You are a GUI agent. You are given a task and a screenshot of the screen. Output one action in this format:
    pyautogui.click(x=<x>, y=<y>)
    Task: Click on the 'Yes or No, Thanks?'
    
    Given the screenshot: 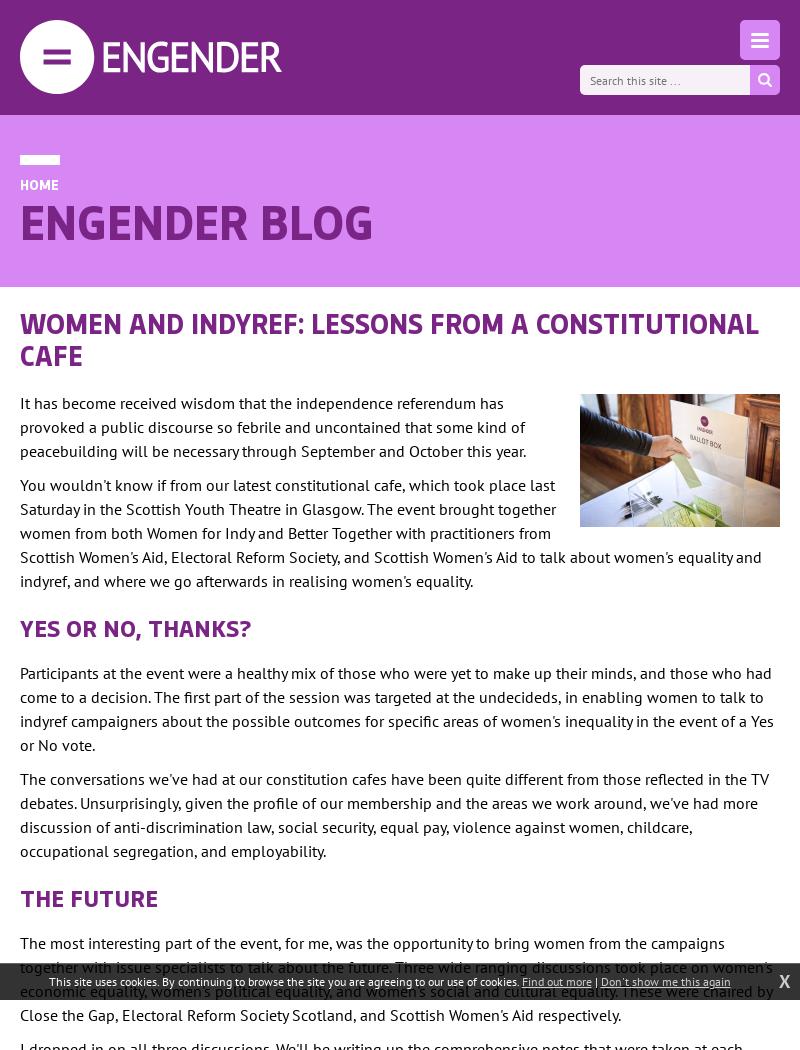 What is the action you would take?
    pyautogui.click(x=136, y=626)
    